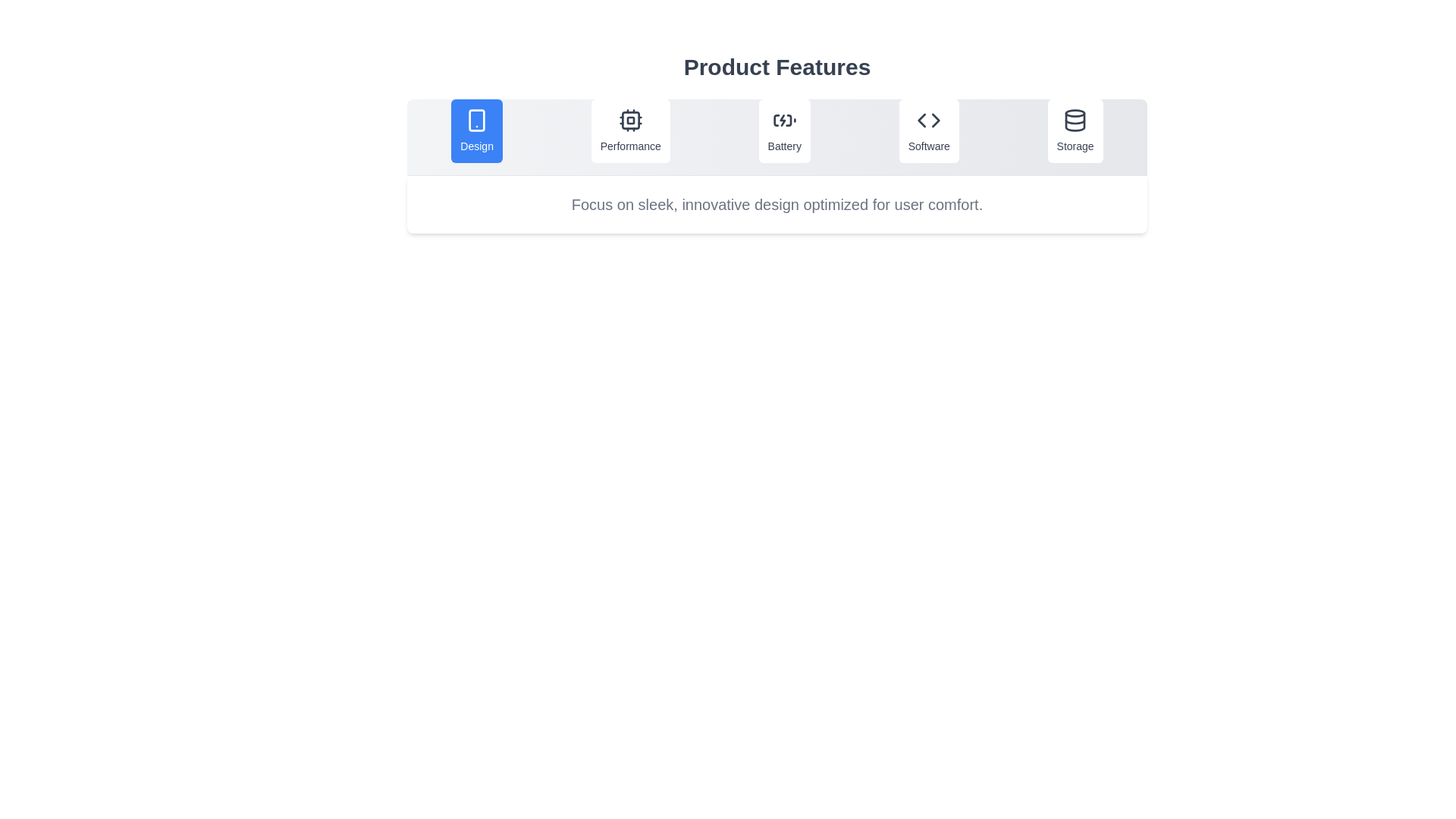 This screenshot has height=819, width=1456. I want to click on the tab labeled Battery to switch to it, so click(784, 130).